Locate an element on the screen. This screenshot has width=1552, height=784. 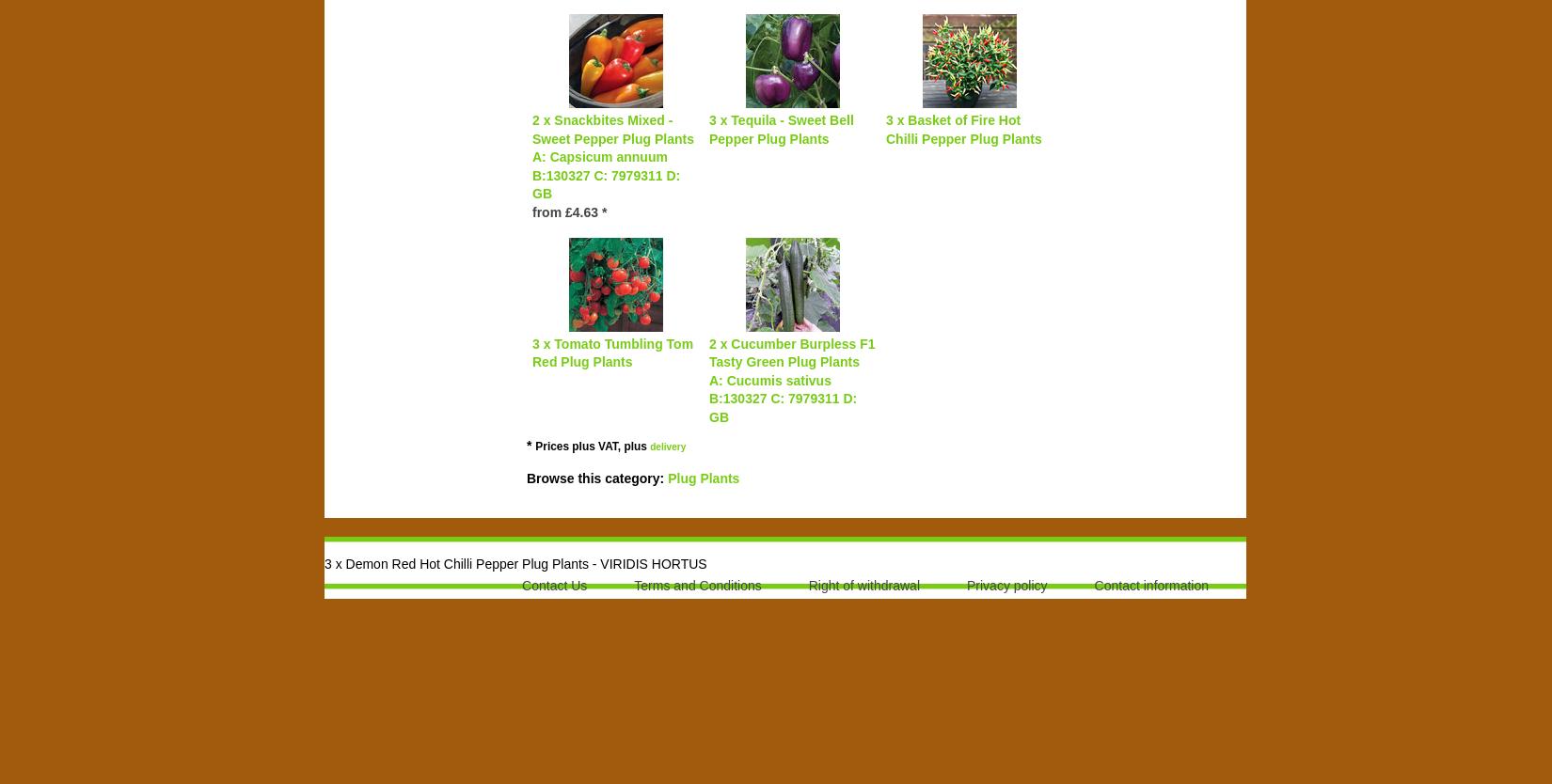
'Plug Plants' is located at coordinates (702, 477).